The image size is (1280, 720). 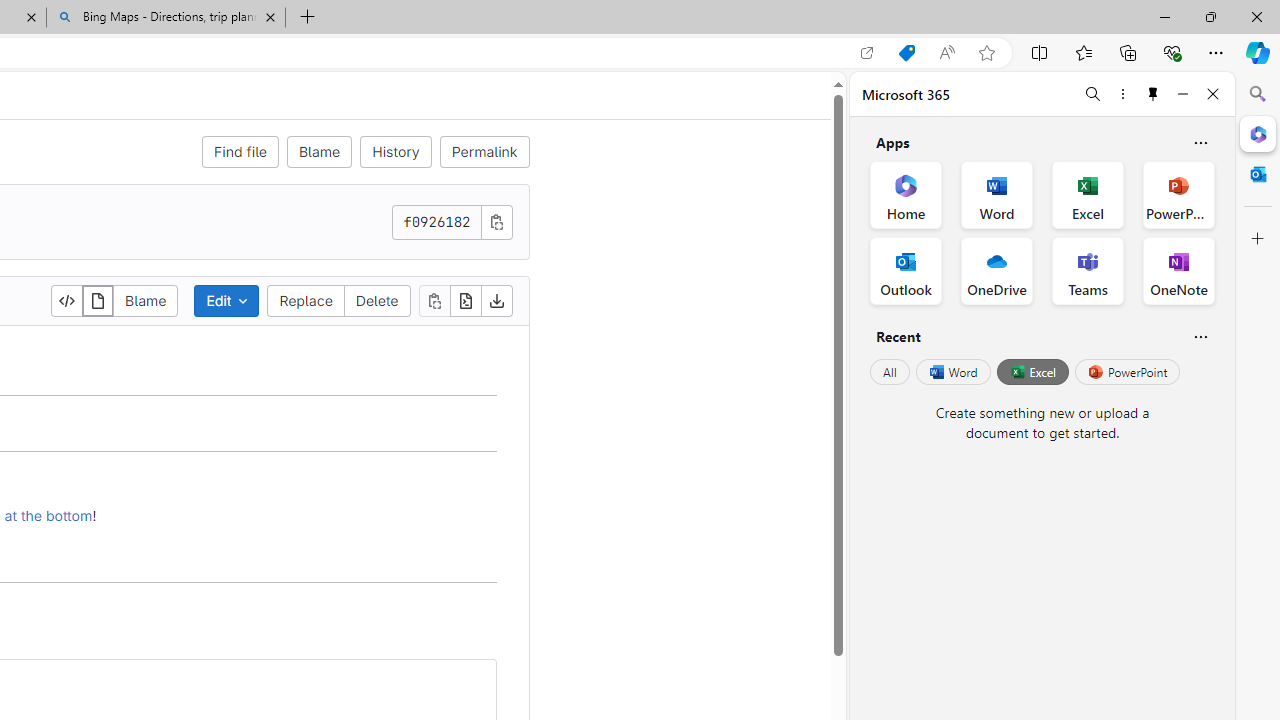 What do you see at coordinates (240, 150) in the screenshot?
I see `'Find file'` at bounding box center [240, 150].